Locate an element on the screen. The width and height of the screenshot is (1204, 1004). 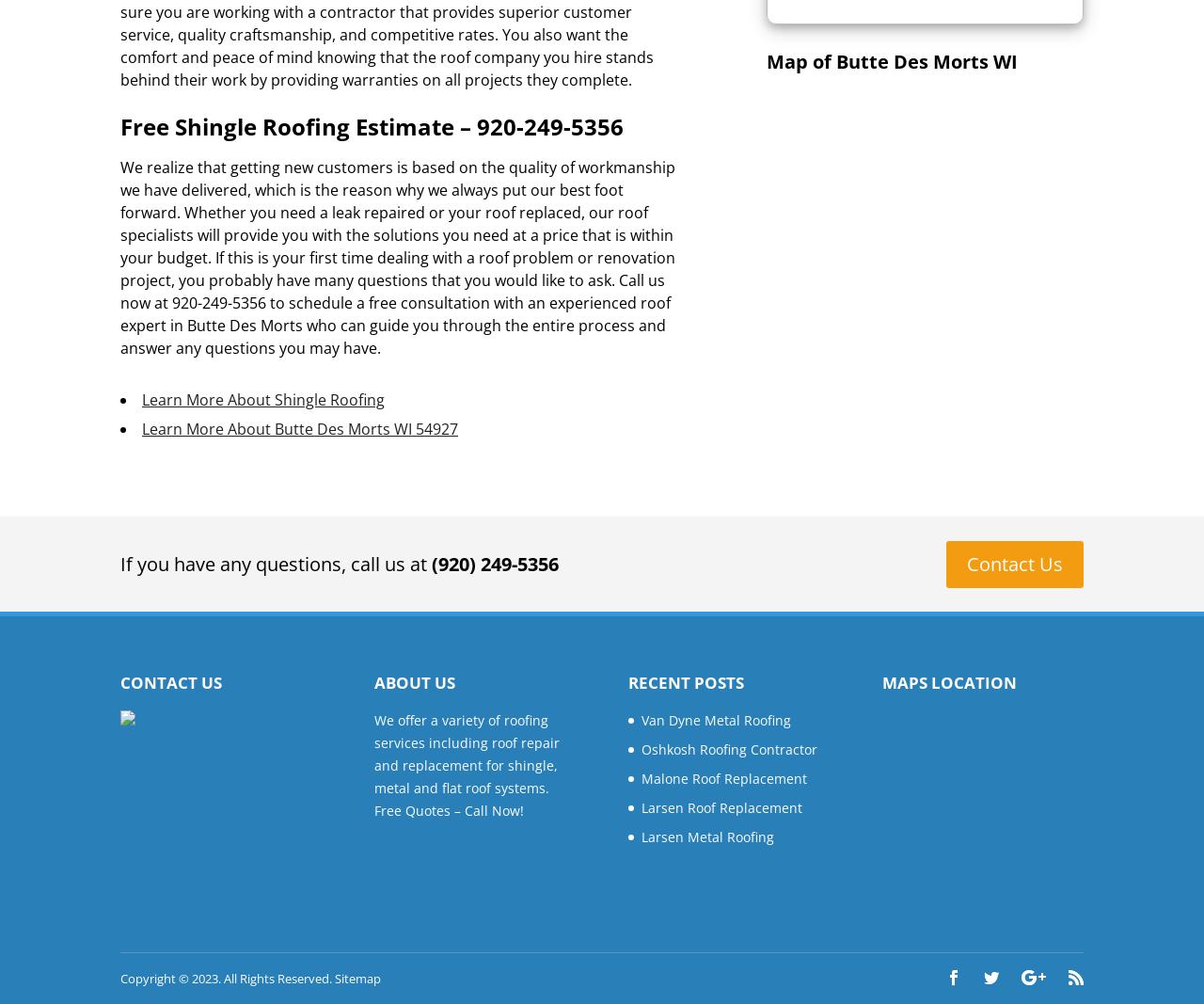
'If you have any questions, call us at' is located at coordinates (275, 563).